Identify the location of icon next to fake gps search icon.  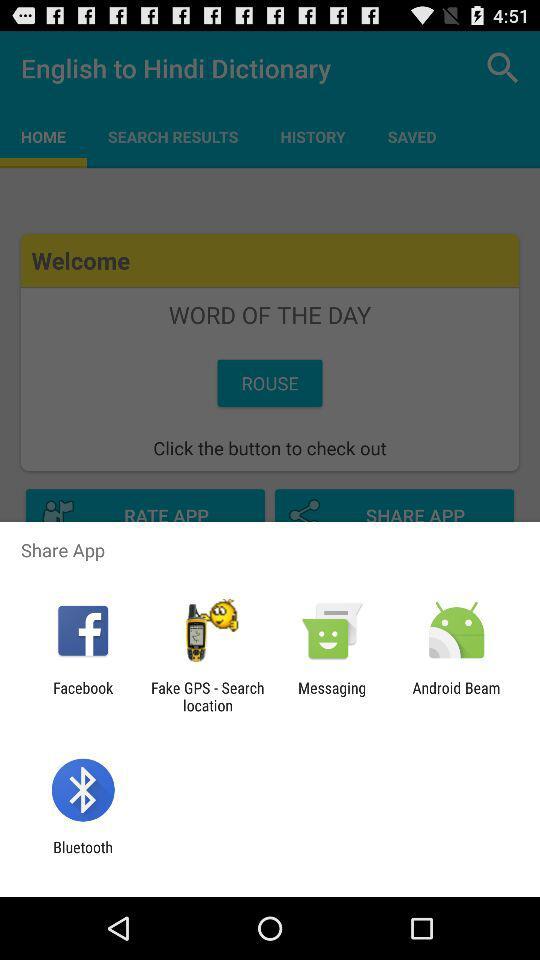
(332, 696).